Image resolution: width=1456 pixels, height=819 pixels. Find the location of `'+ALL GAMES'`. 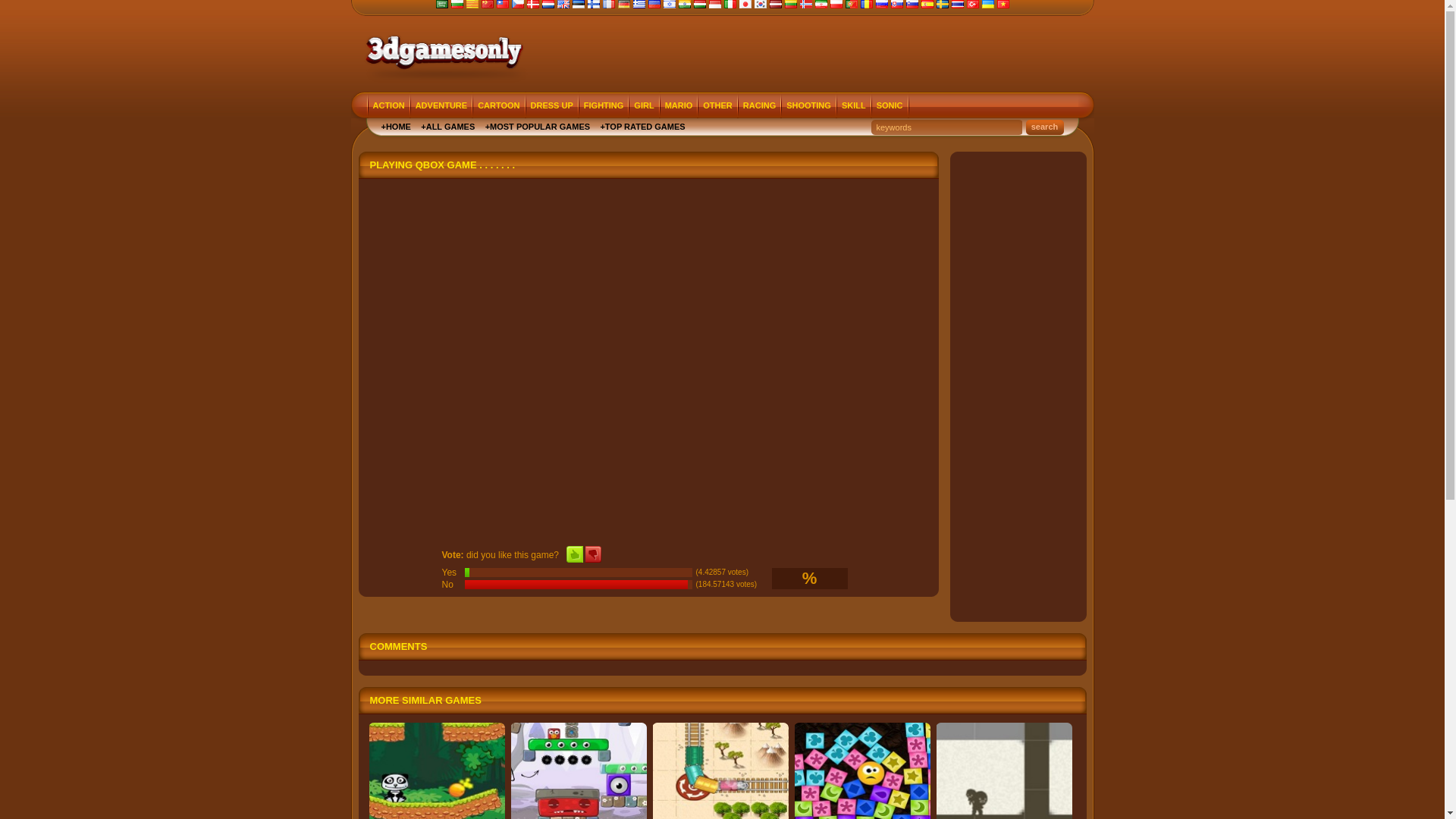

'+ALL GAMES' is located at coordinates (447, 125).